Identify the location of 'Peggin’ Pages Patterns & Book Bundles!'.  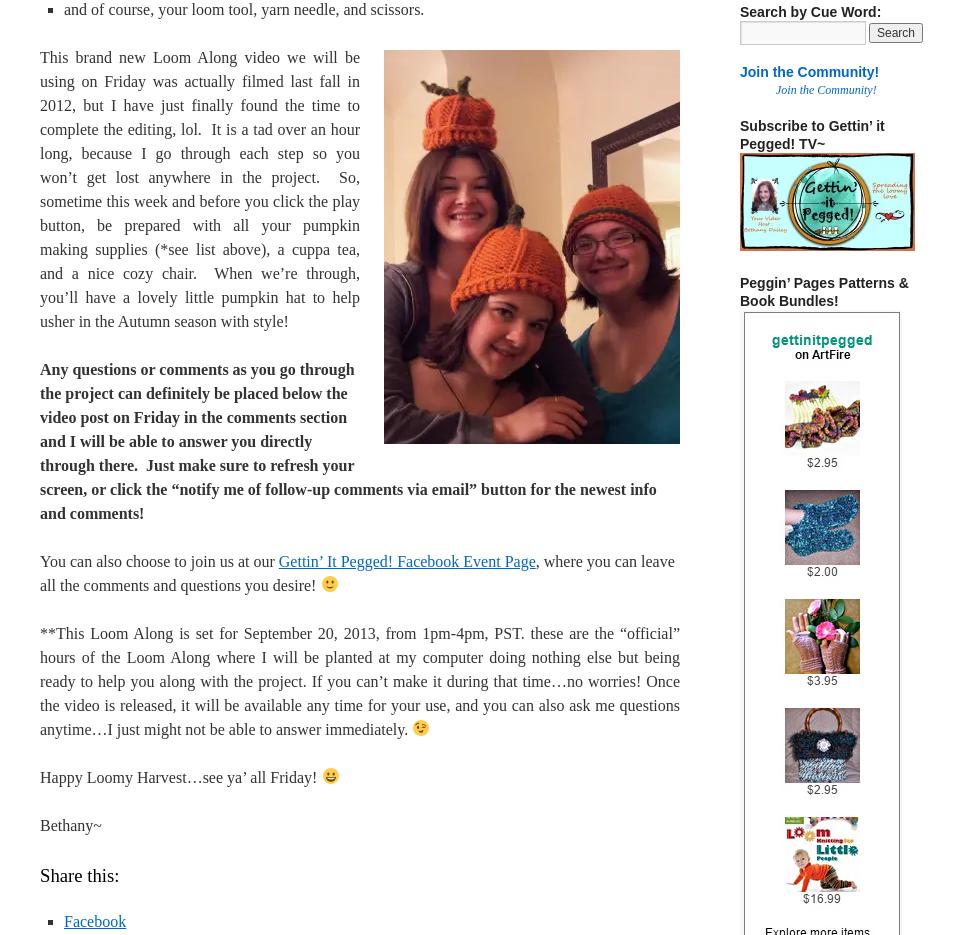
(739, 291).